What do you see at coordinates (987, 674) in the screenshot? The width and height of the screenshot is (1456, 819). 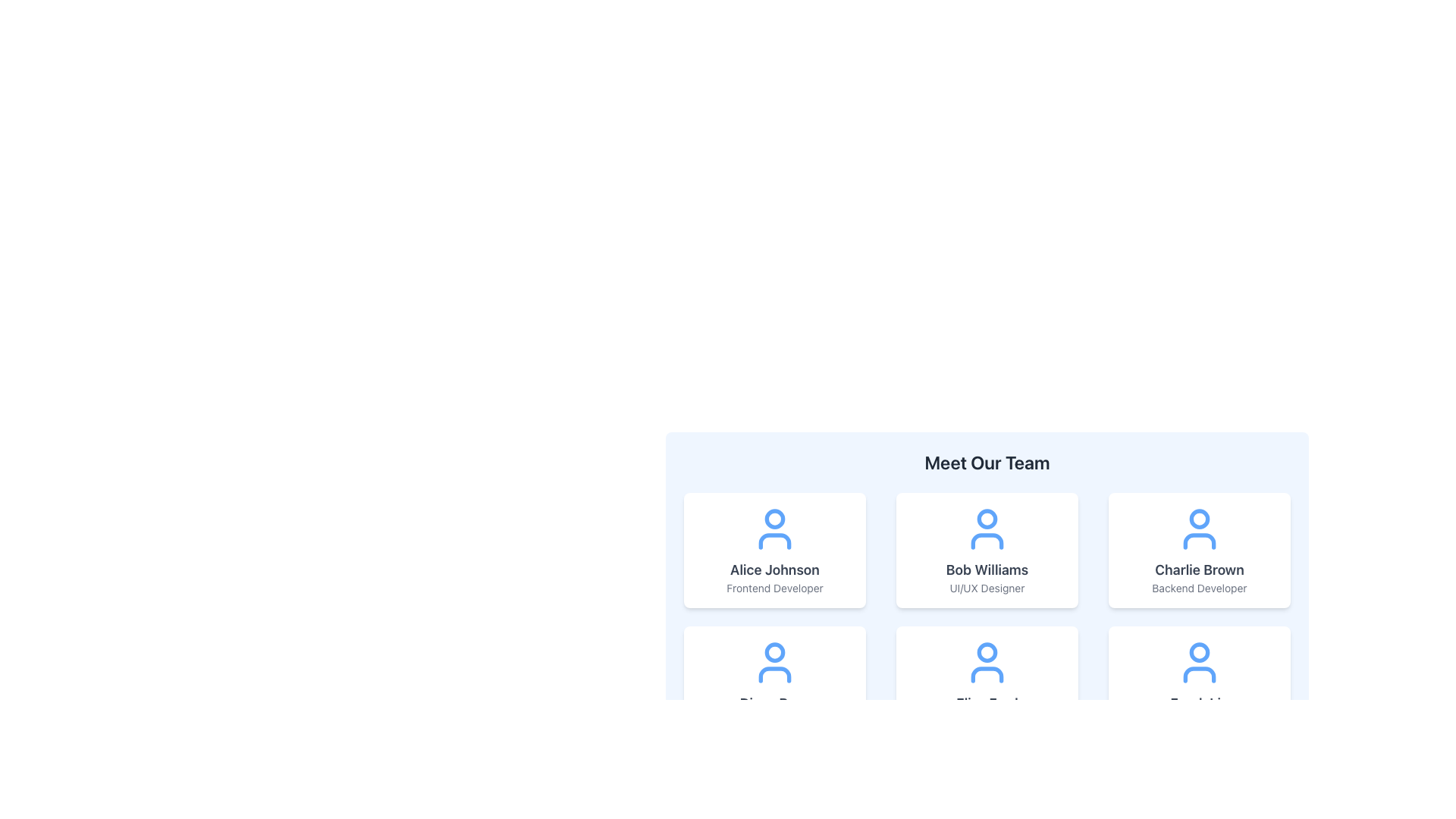 I see `the decorative graphical component within the SVG icon located centrally in the second row's middle card of the team member profiles` at bounding box center [987, 674].